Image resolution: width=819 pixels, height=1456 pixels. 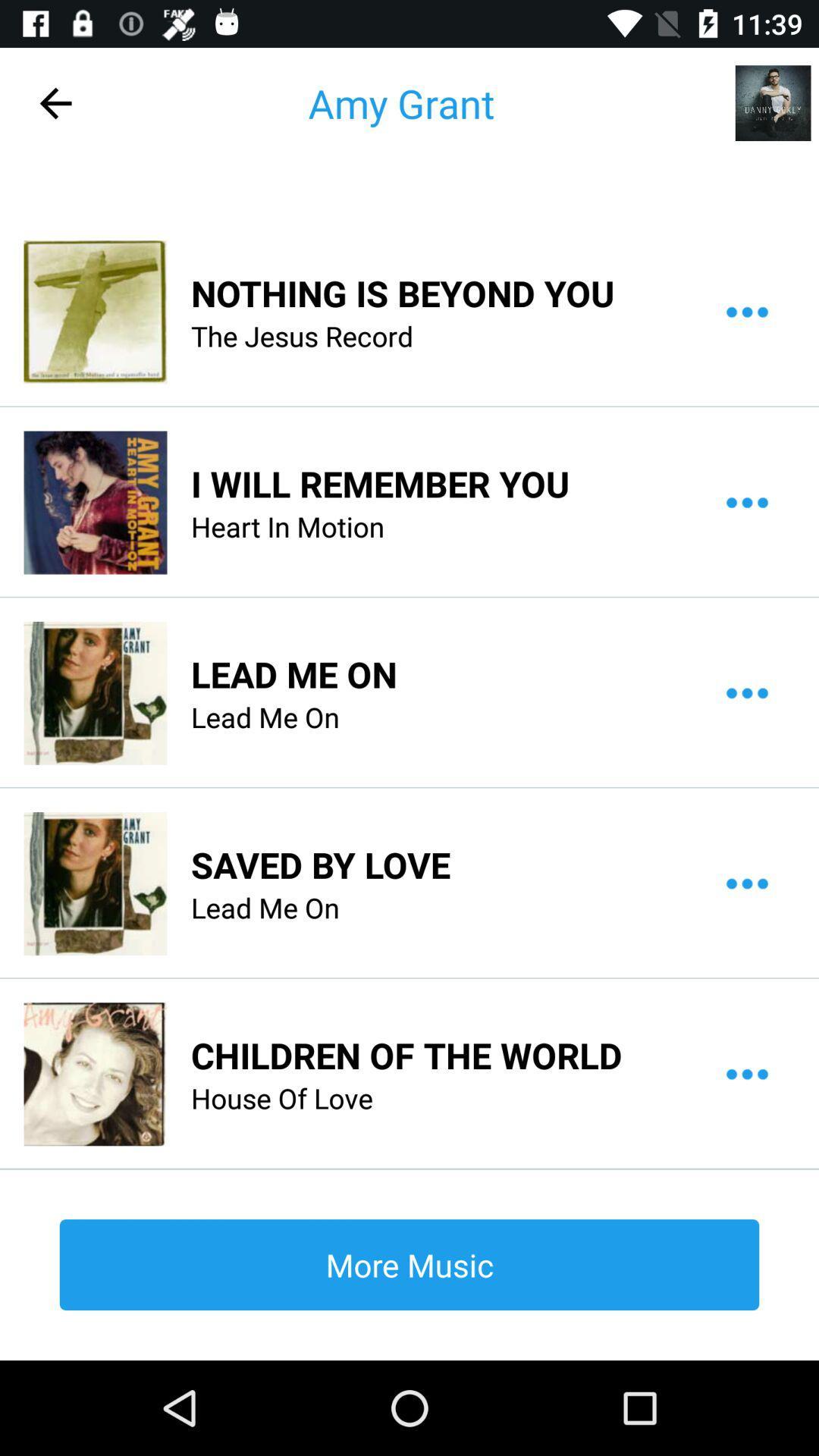 I want to click on more music icon, so click(x=409, y=1264).